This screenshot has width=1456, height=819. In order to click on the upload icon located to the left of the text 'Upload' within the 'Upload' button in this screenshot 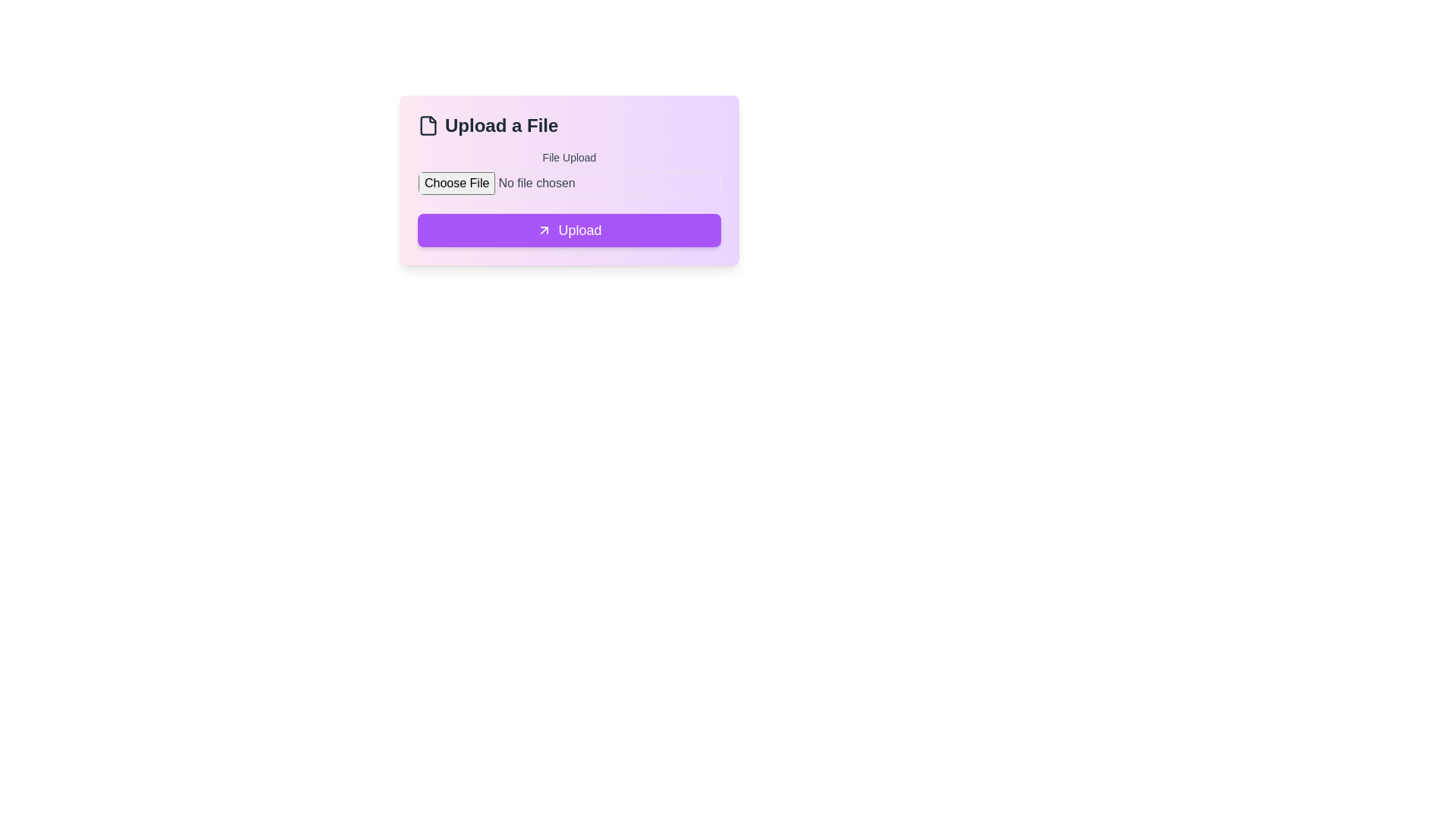, I will do `click(544, 231)`.